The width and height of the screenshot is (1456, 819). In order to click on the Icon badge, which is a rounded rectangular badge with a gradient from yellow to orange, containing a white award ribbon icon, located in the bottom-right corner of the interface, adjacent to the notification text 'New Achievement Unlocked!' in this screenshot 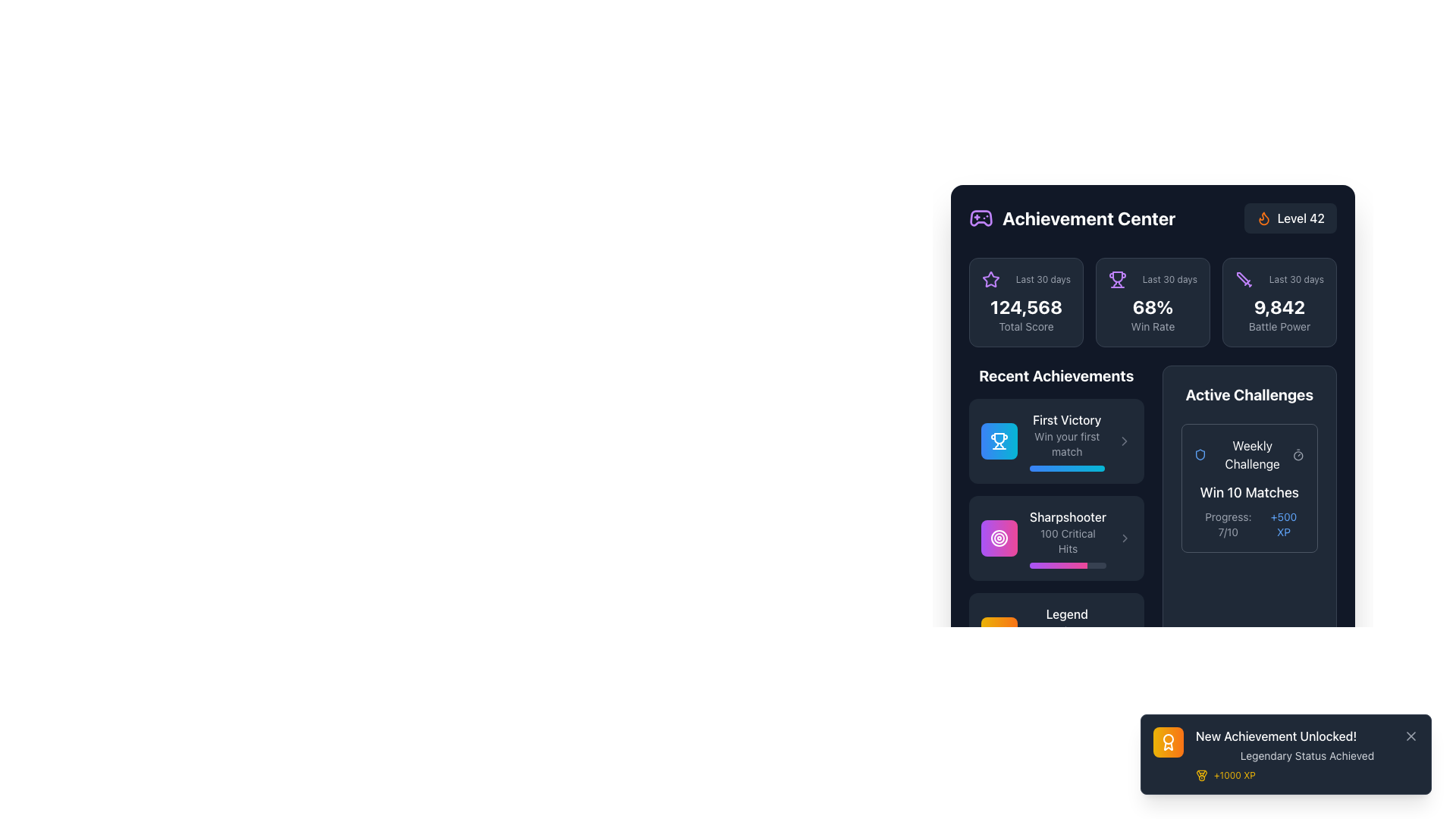, I will do `click(1167, 742)`.